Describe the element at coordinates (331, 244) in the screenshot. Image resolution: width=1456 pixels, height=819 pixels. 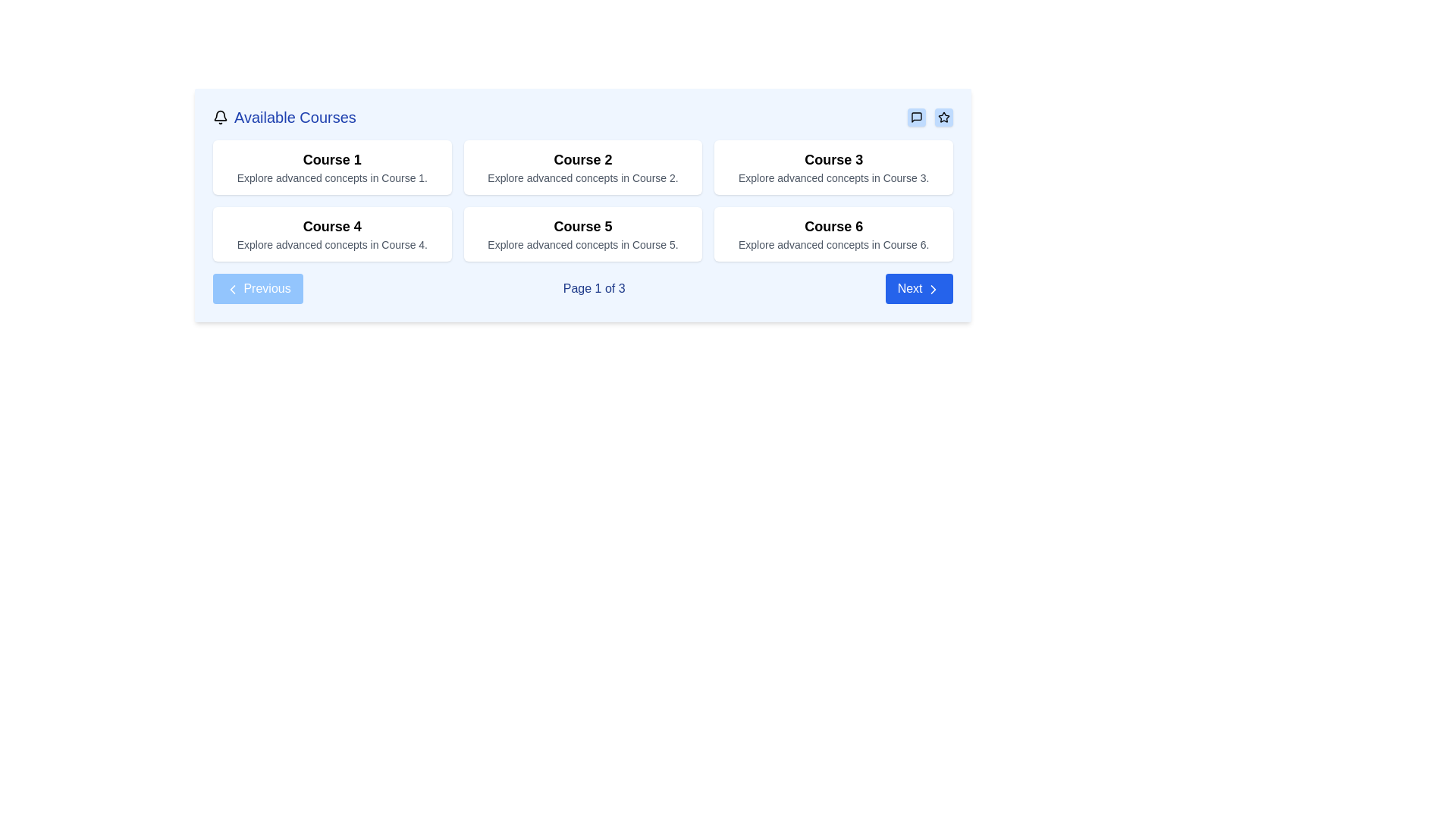
I see `the text label that provides a brief description of the associated course's content, located in the second row's first column of the 'Available Courses' section, directly under 'Course 4'` at that location.